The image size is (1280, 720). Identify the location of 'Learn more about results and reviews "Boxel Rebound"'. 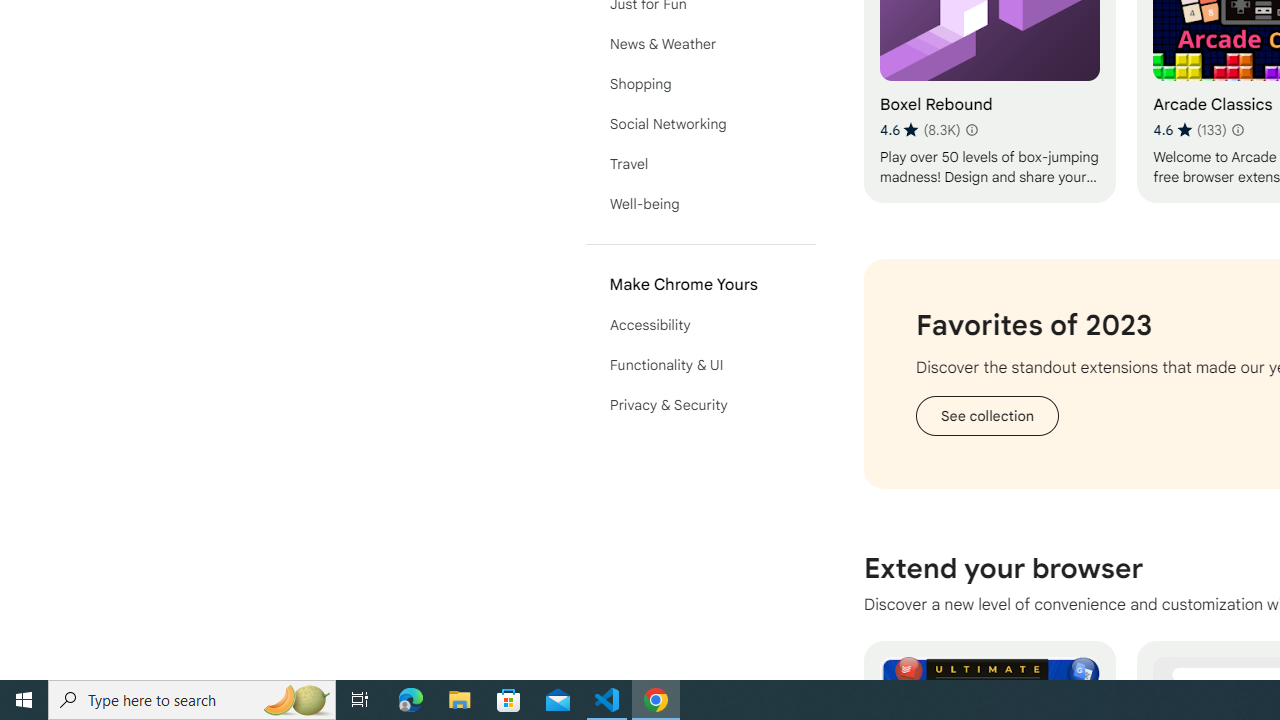
(971, 129).